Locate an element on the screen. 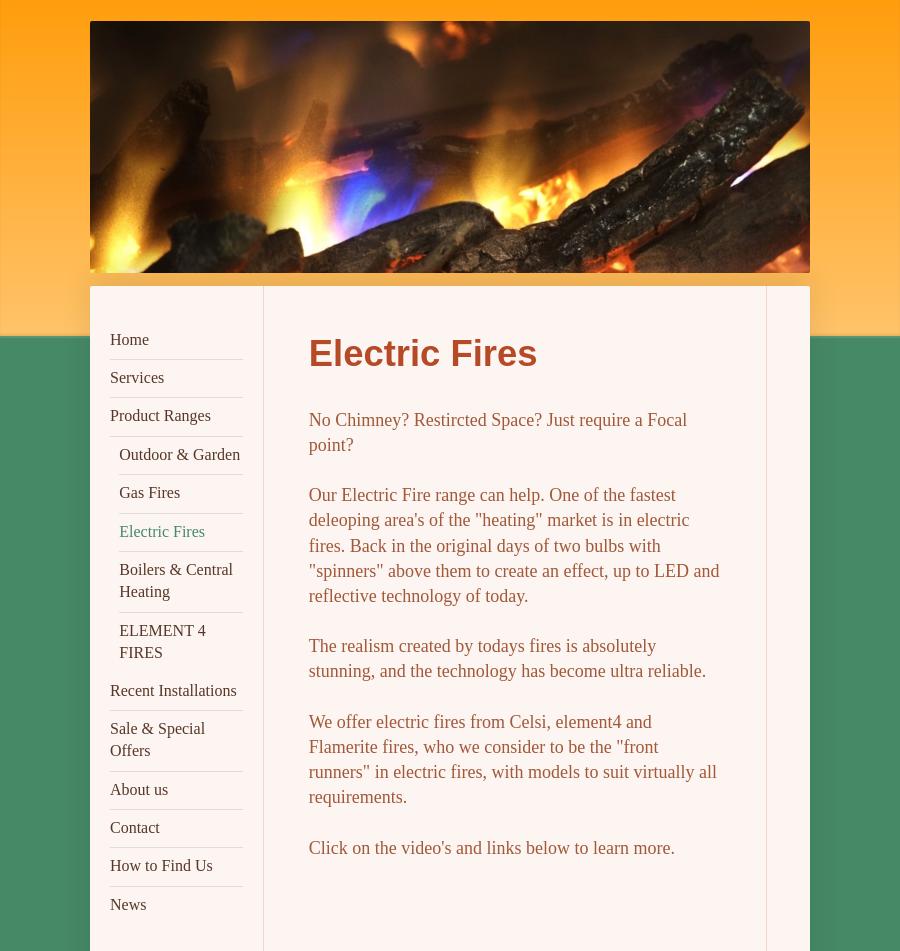 Image resolution: width=900 pixels, height=951 pixels. 'Gas Fires' is located at coordinates (149, 491).